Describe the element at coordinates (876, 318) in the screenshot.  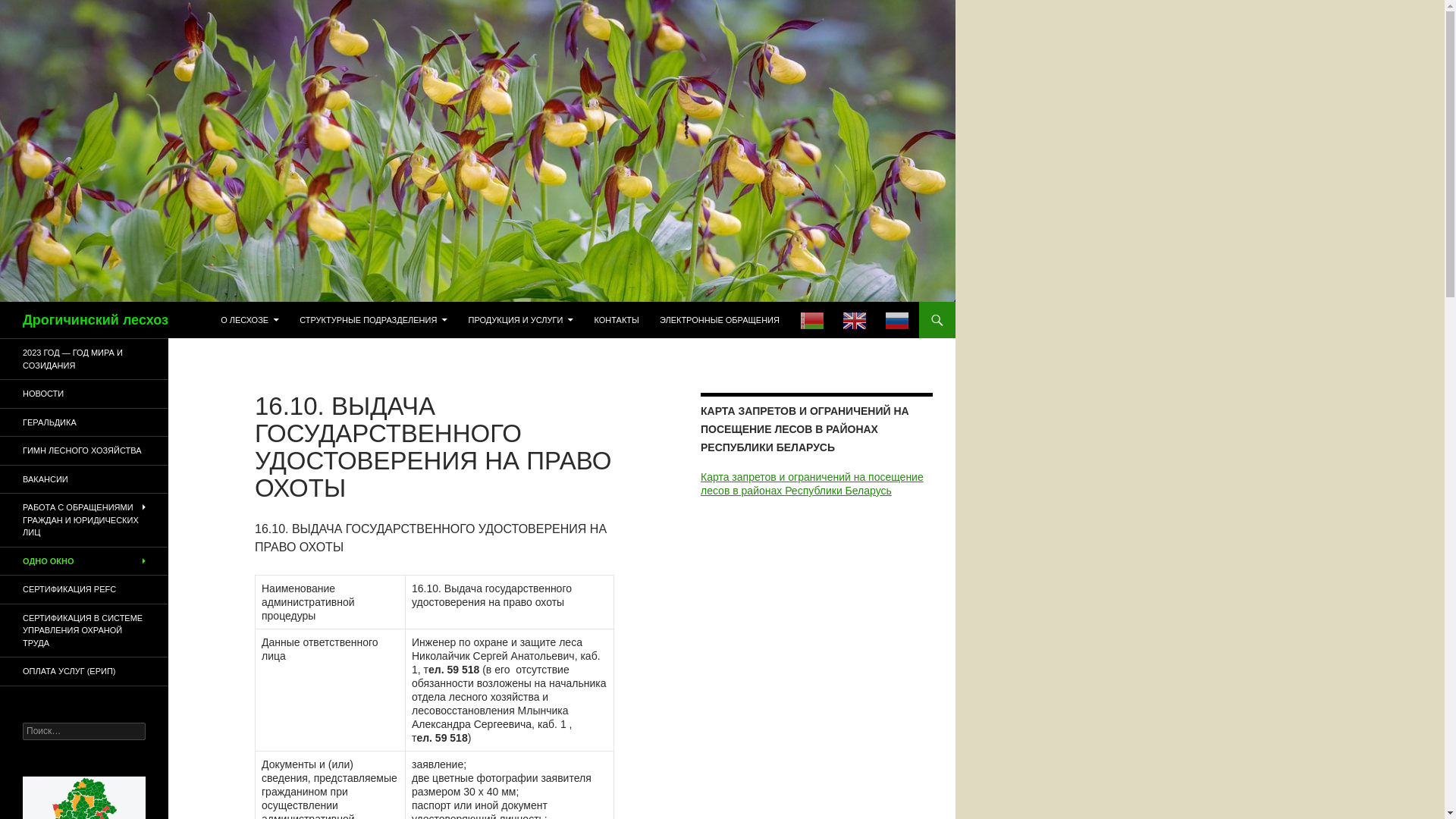
I see `'Russian'` at that location.